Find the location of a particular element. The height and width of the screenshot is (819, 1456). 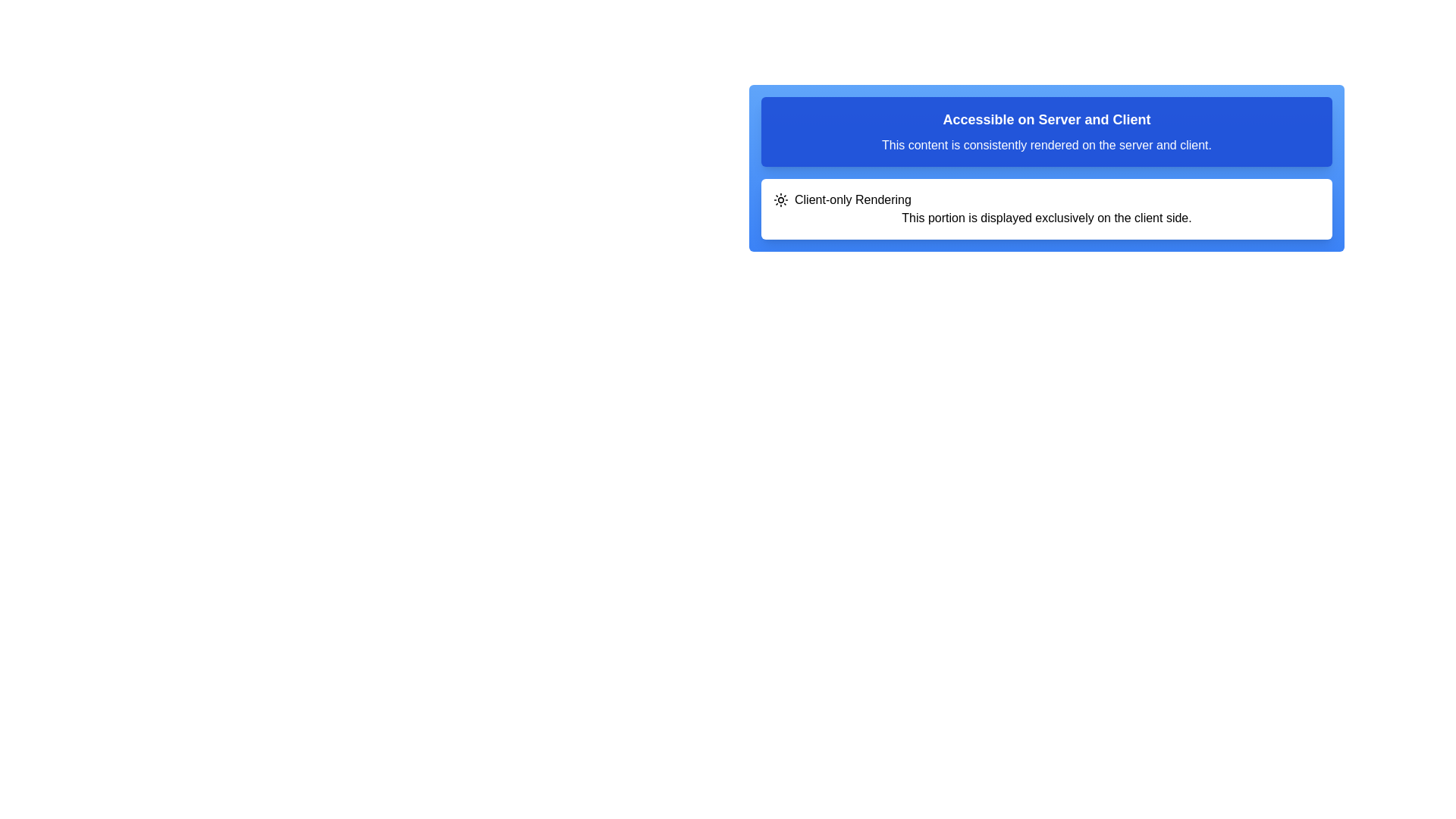

the icon that represents the 'Client-only Rendering' functionality, which is located at the beginning of the horizontal row containing this text is located at coordinates (781, 199).